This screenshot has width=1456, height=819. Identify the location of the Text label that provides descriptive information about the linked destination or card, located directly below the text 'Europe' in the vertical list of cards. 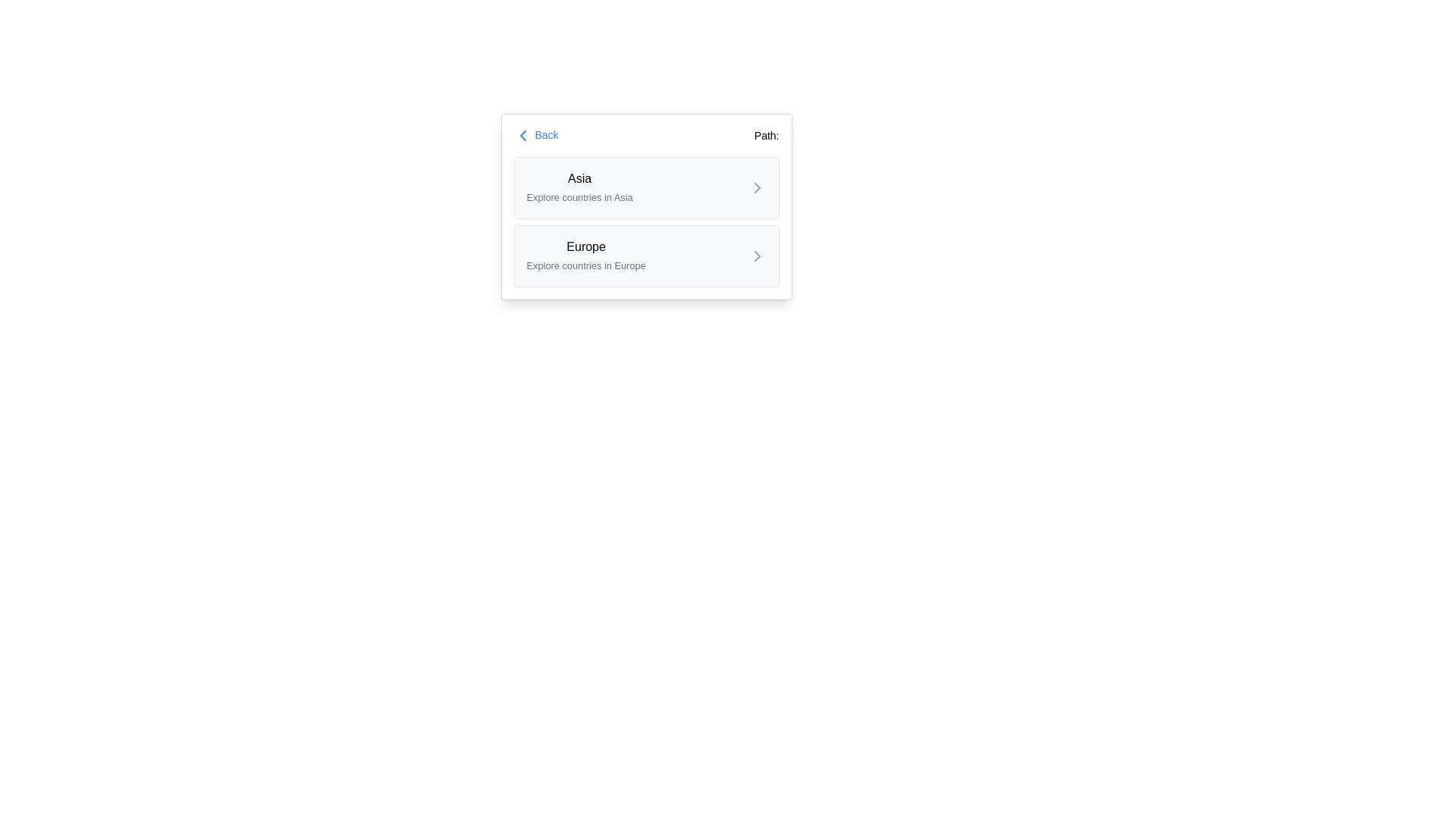
(585, 265).